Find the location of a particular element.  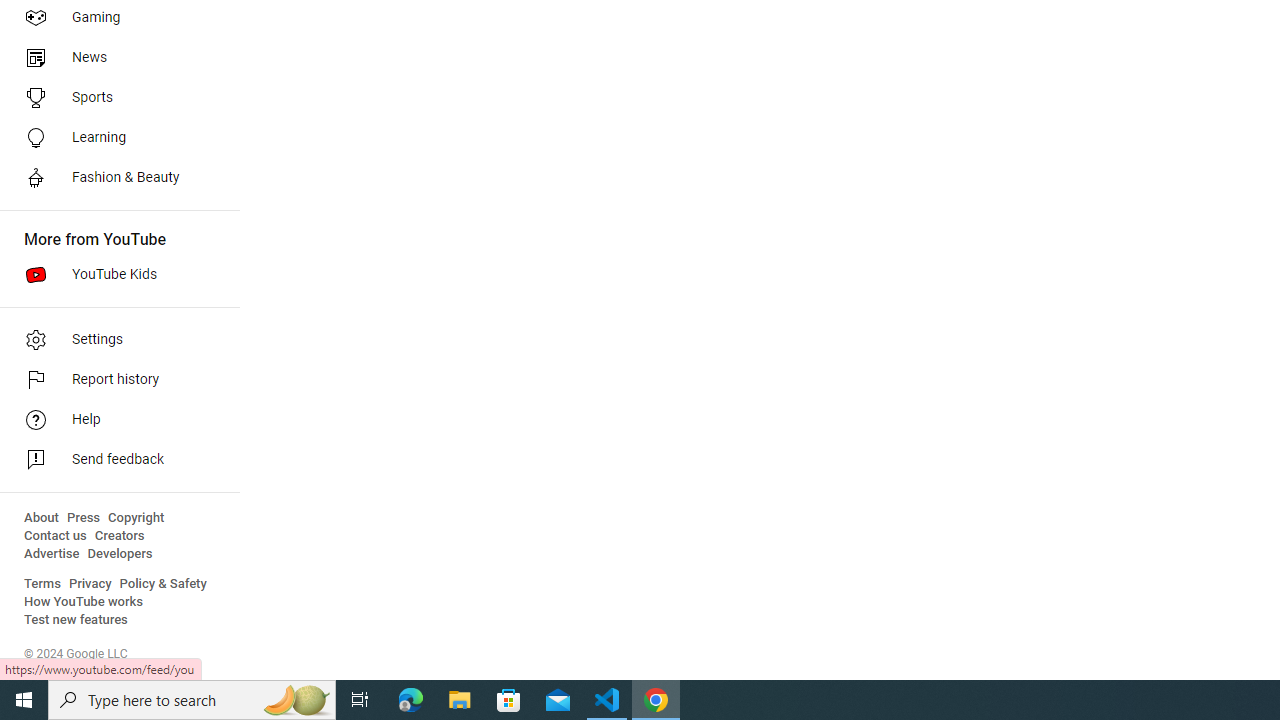

'Test new features' is located at coordinates (76, 619).